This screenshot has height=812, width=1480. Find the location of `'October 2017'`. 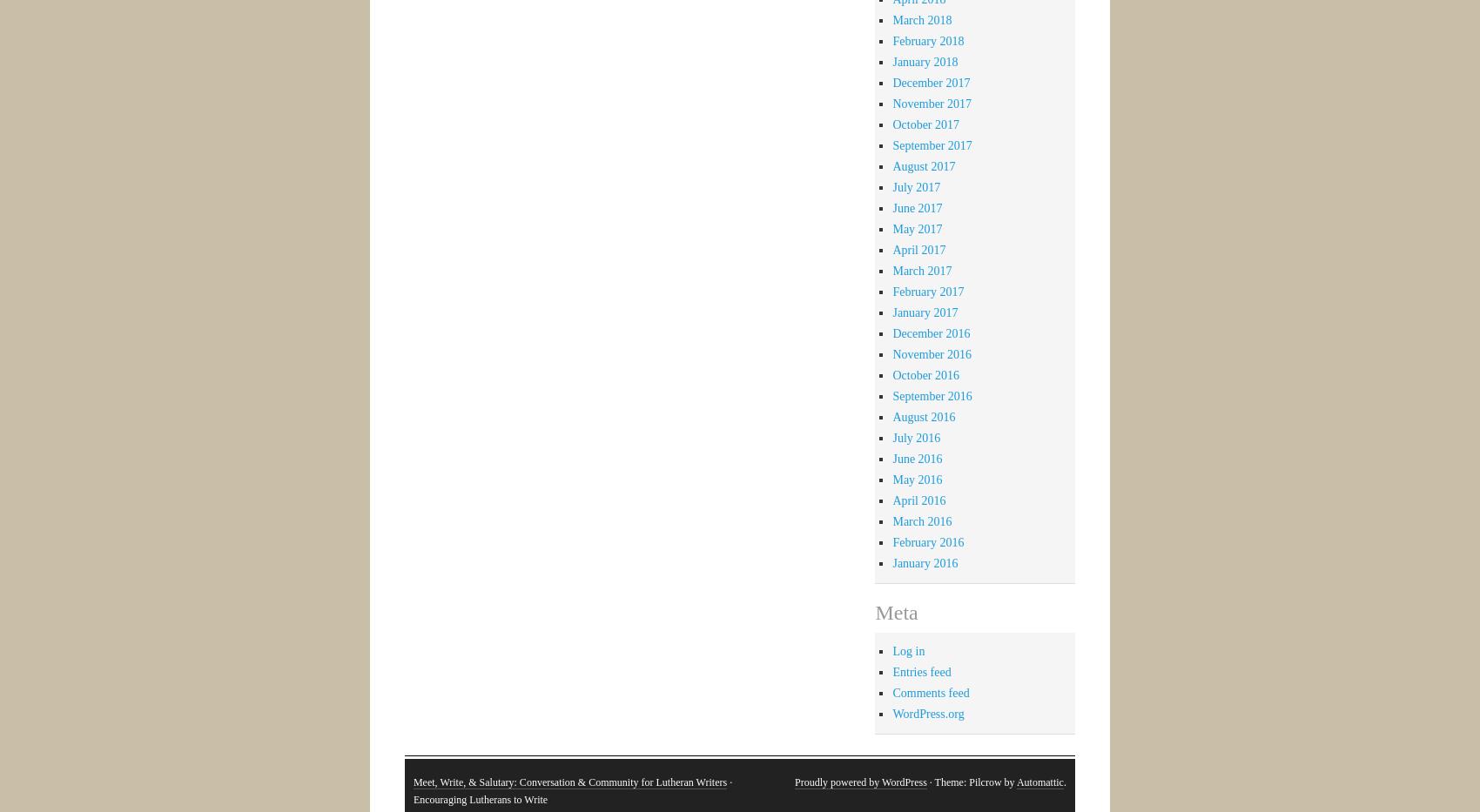

'October 2017' is located at coordinates (925, 123).